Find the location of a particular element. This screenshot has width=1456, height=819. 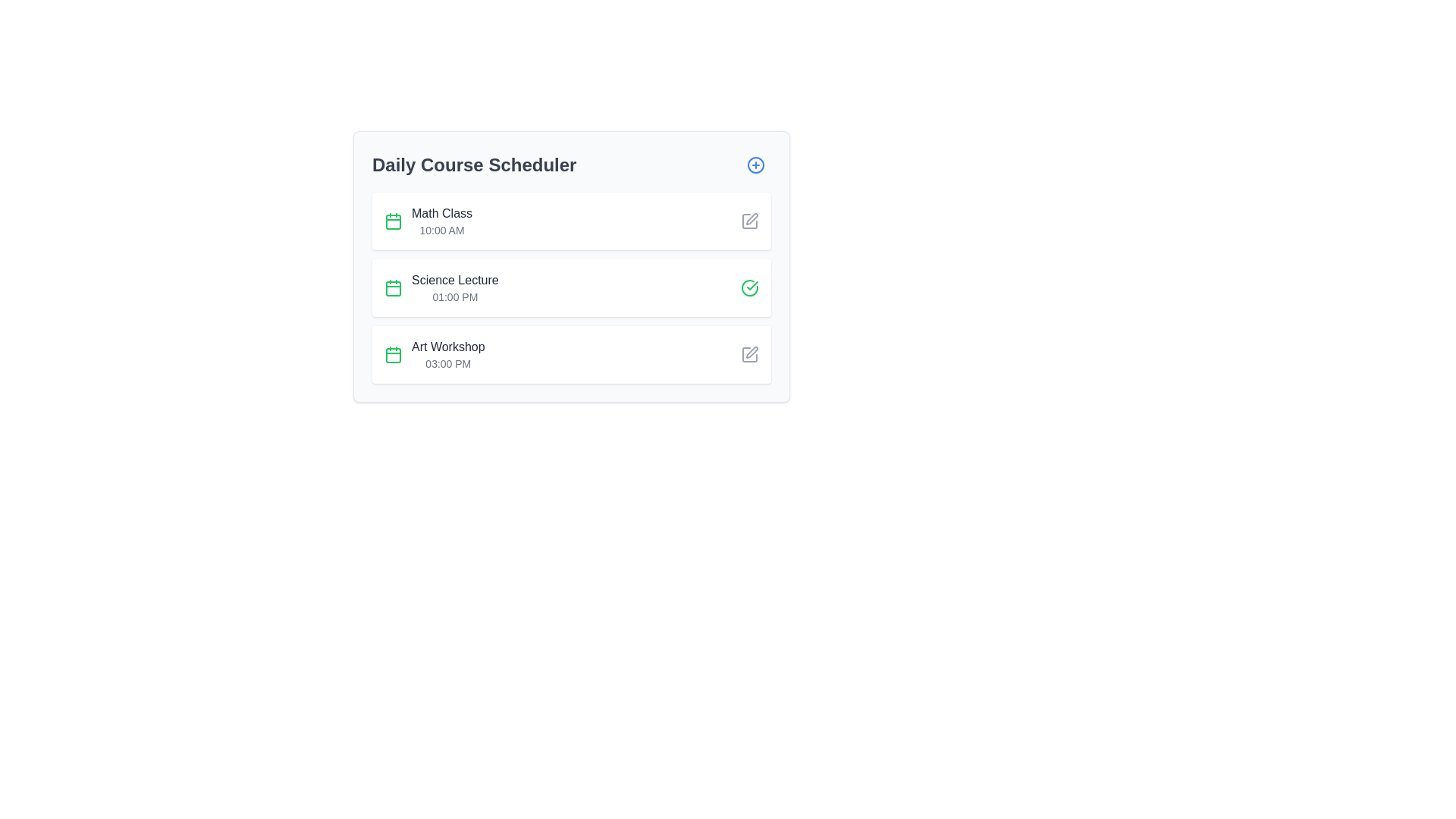

the text label that serves as the title of the 'Art Workshop' activity in the schedule for accessibility purposes is located at coordinates (447, 347).